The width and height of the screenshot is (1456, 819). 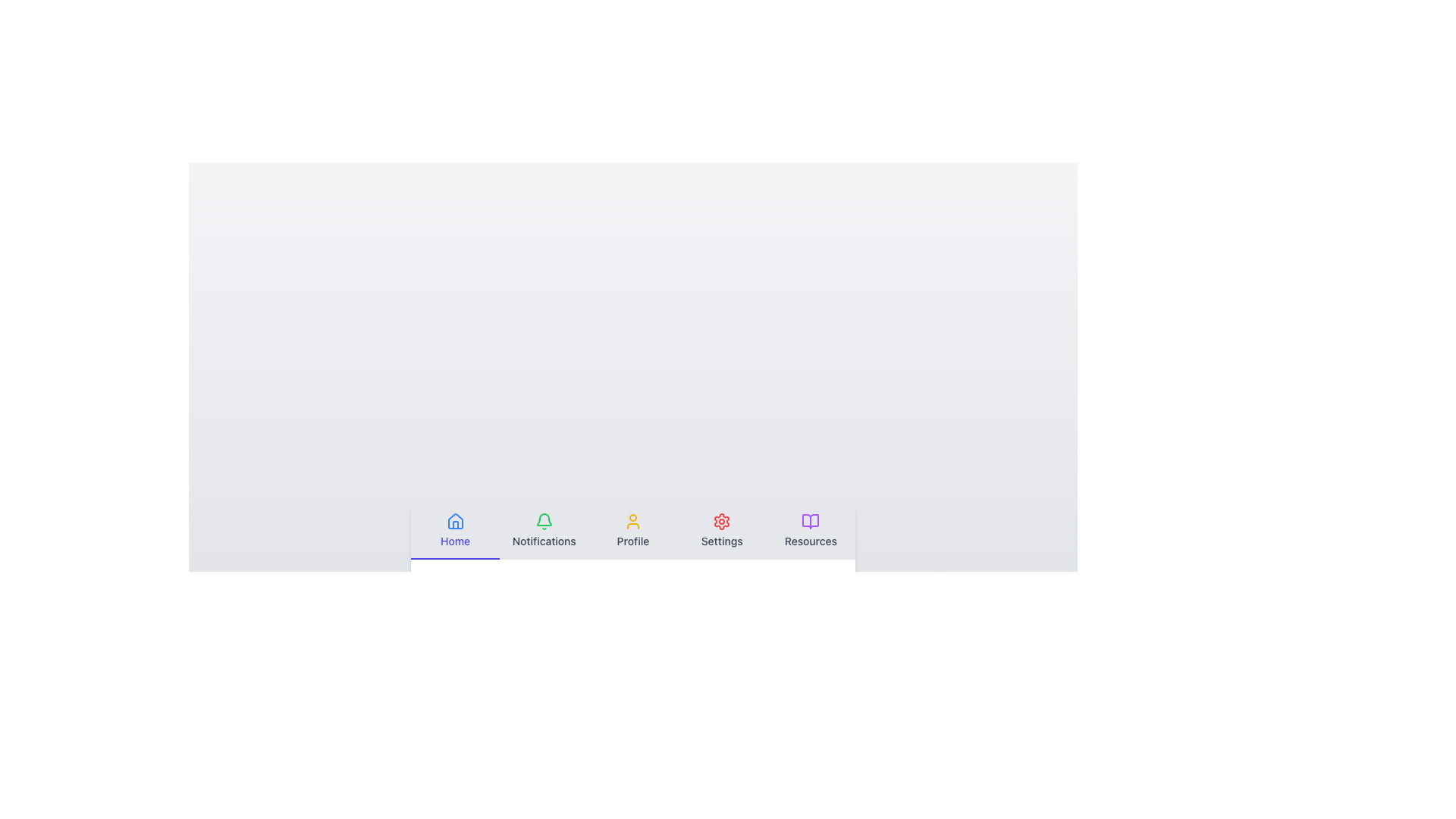 What do you see at coordinates (810, 531) in the screenshot?
I see `the lavender button resembling an open book above the text 'Resources'` at bounding box center [810, 531].